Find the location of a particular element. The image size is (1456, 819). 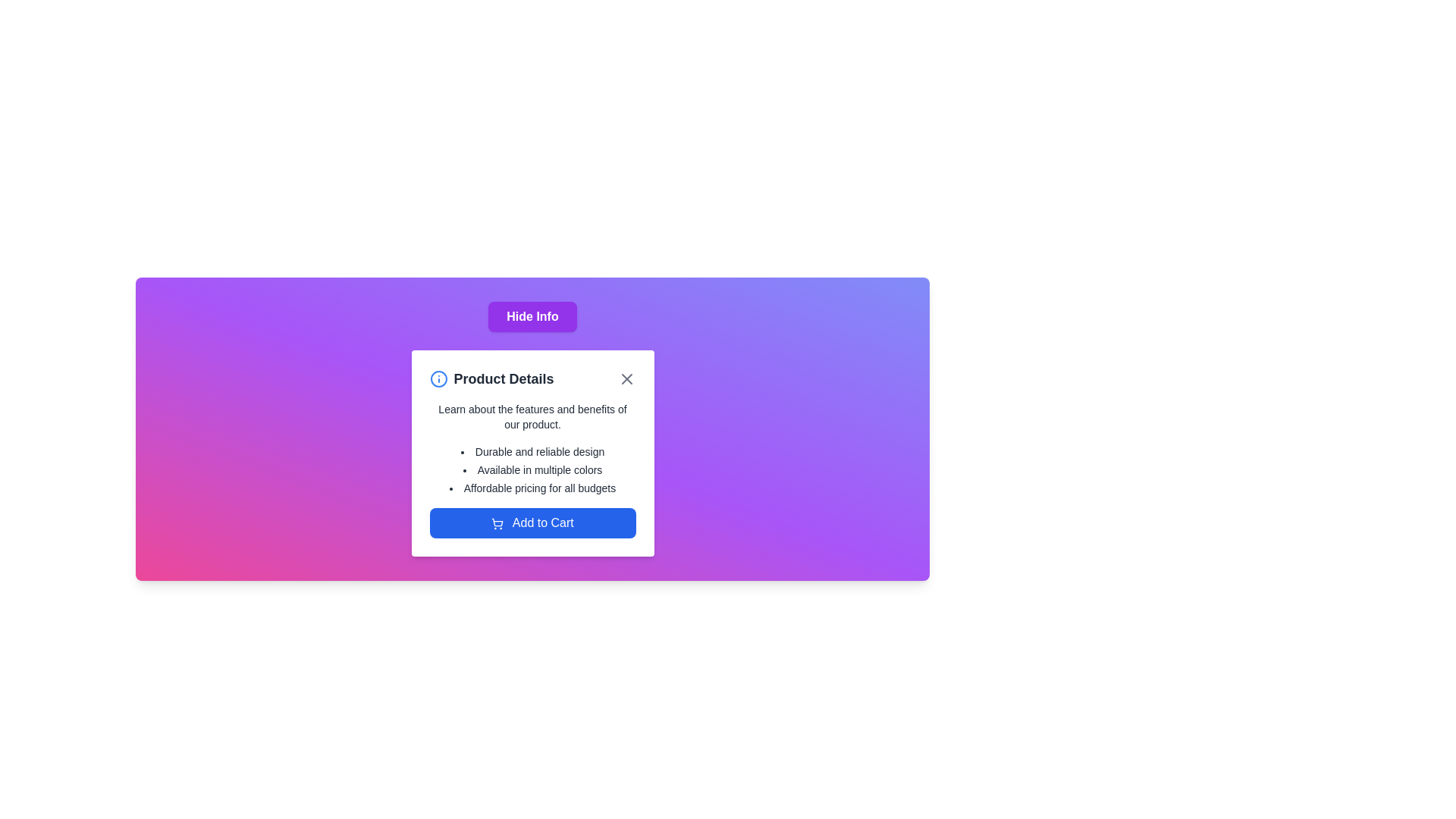

the shopping cart icon located to the left of the 'Add to Cart' button is located at coordinates (497, 522).